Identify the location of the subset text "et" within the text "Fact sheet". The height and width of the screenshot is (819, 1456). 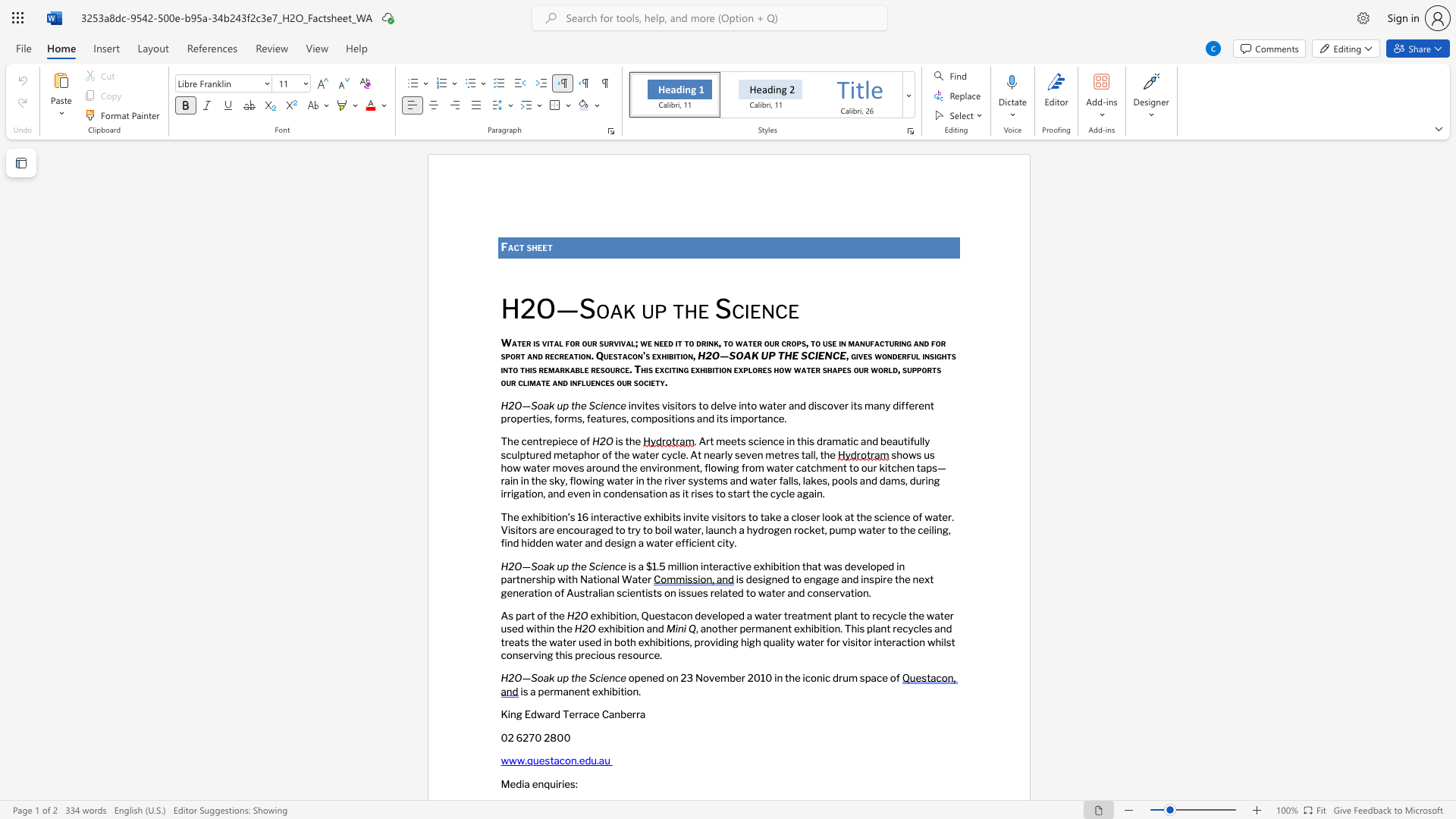
(542, 246).